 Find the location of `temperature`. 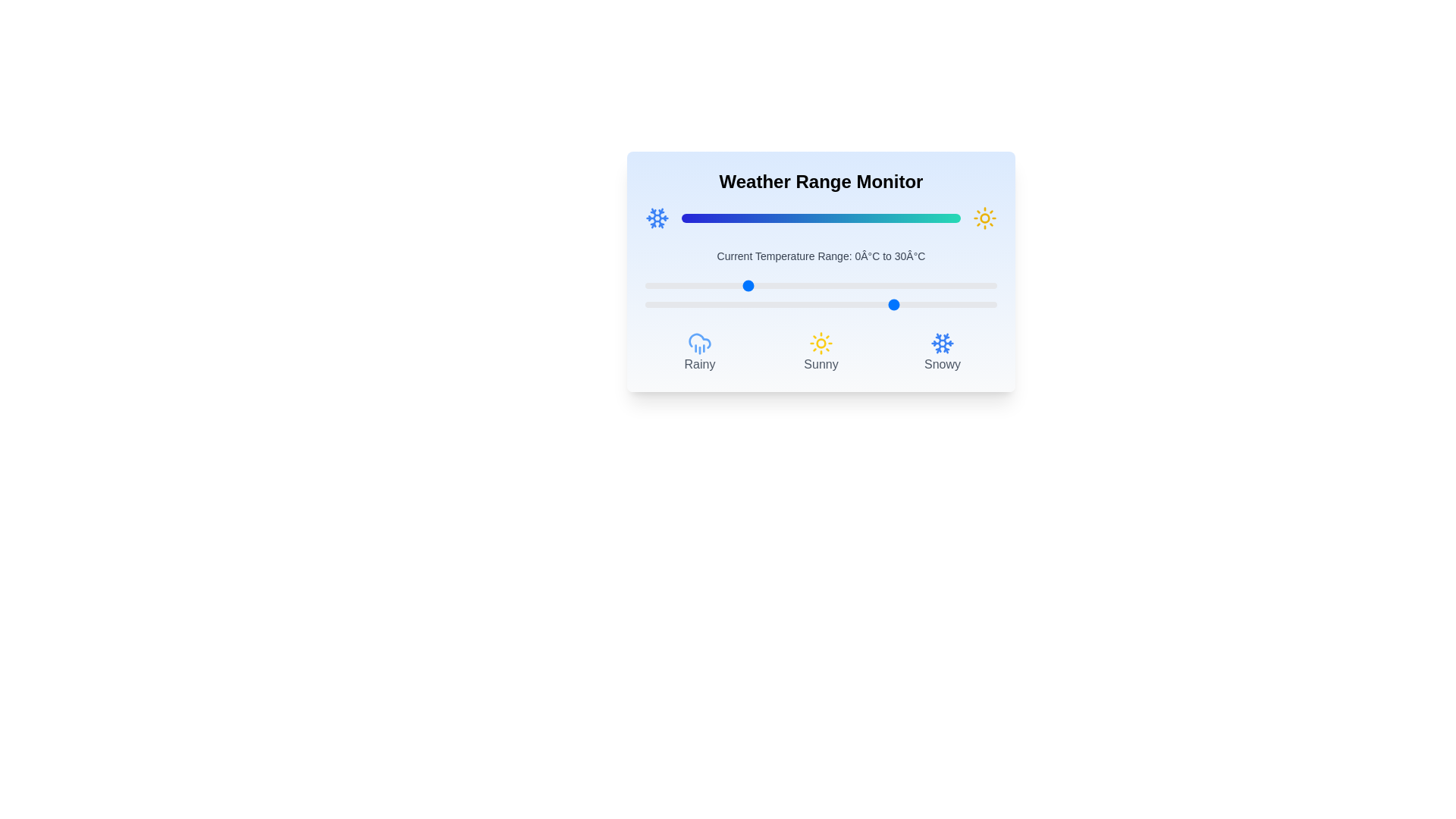

temperature is located at coordinates (704, 304).